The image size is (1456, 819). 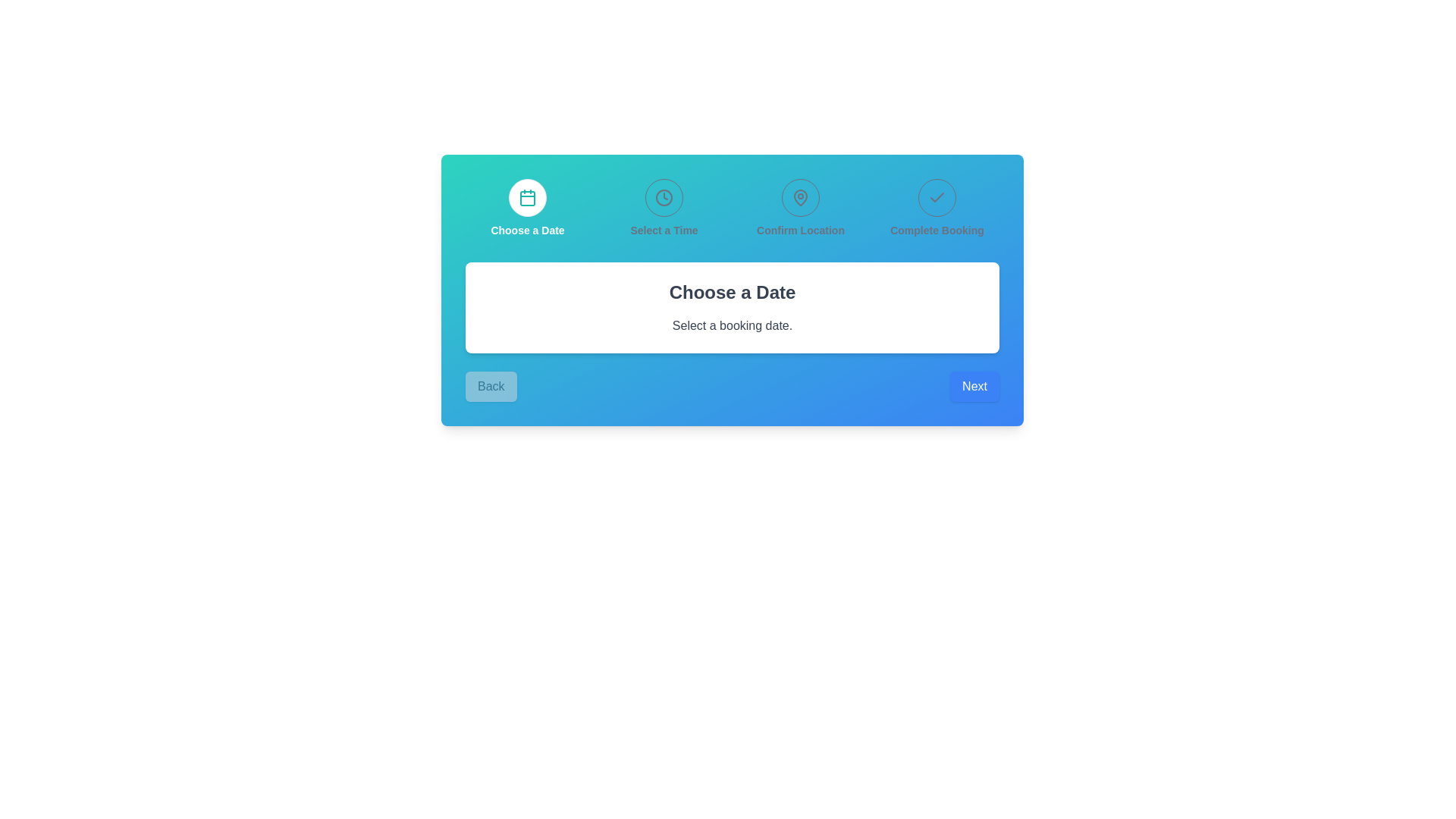 I want to click on the SVG Rectangle that visually represents a day or date section within the calendar icon located in the 'Choose a Date' navigation step, so click(x=528, y=198).